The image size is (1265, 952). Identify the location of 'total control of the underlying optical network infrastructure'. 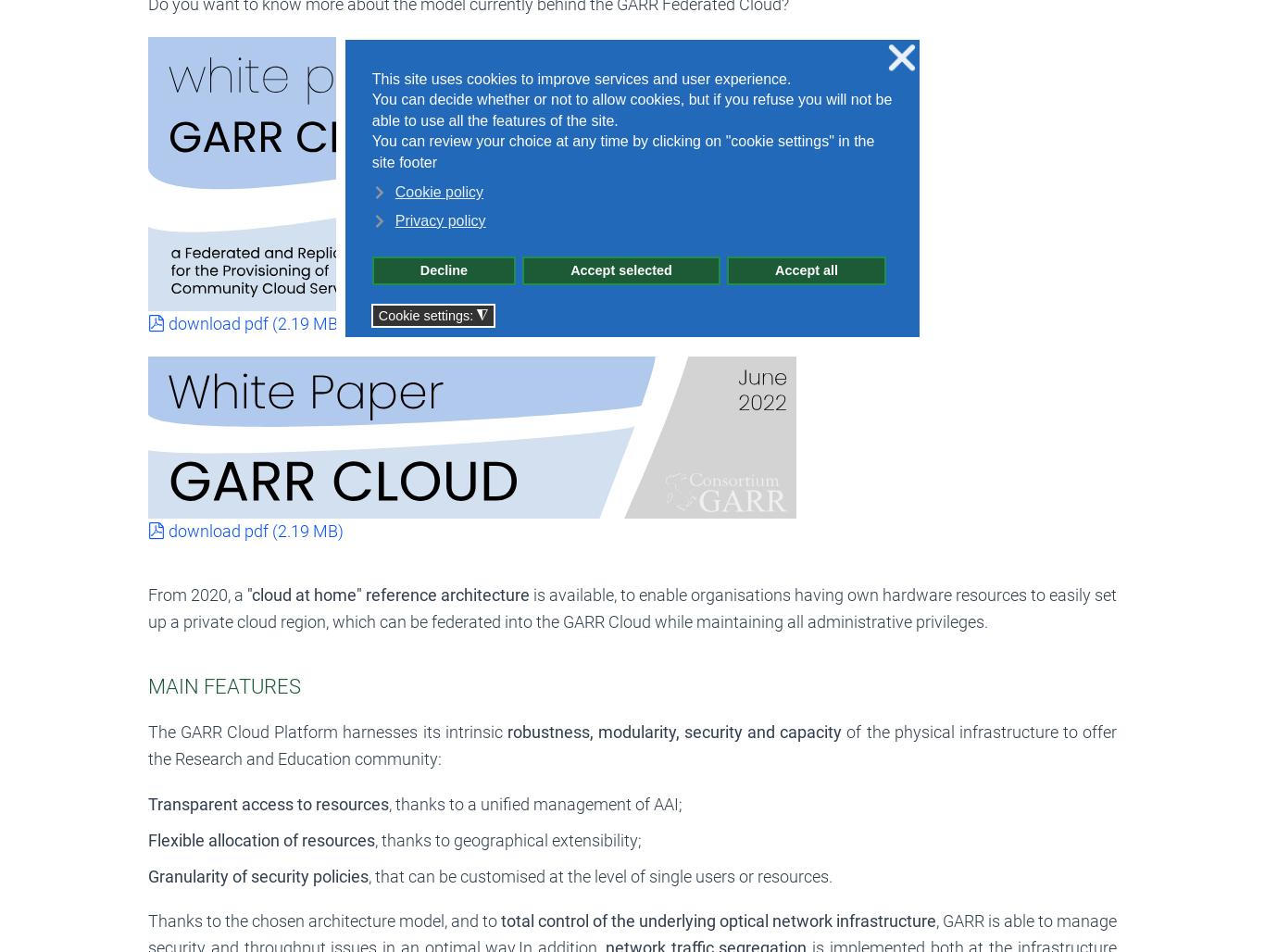
(719, 920).